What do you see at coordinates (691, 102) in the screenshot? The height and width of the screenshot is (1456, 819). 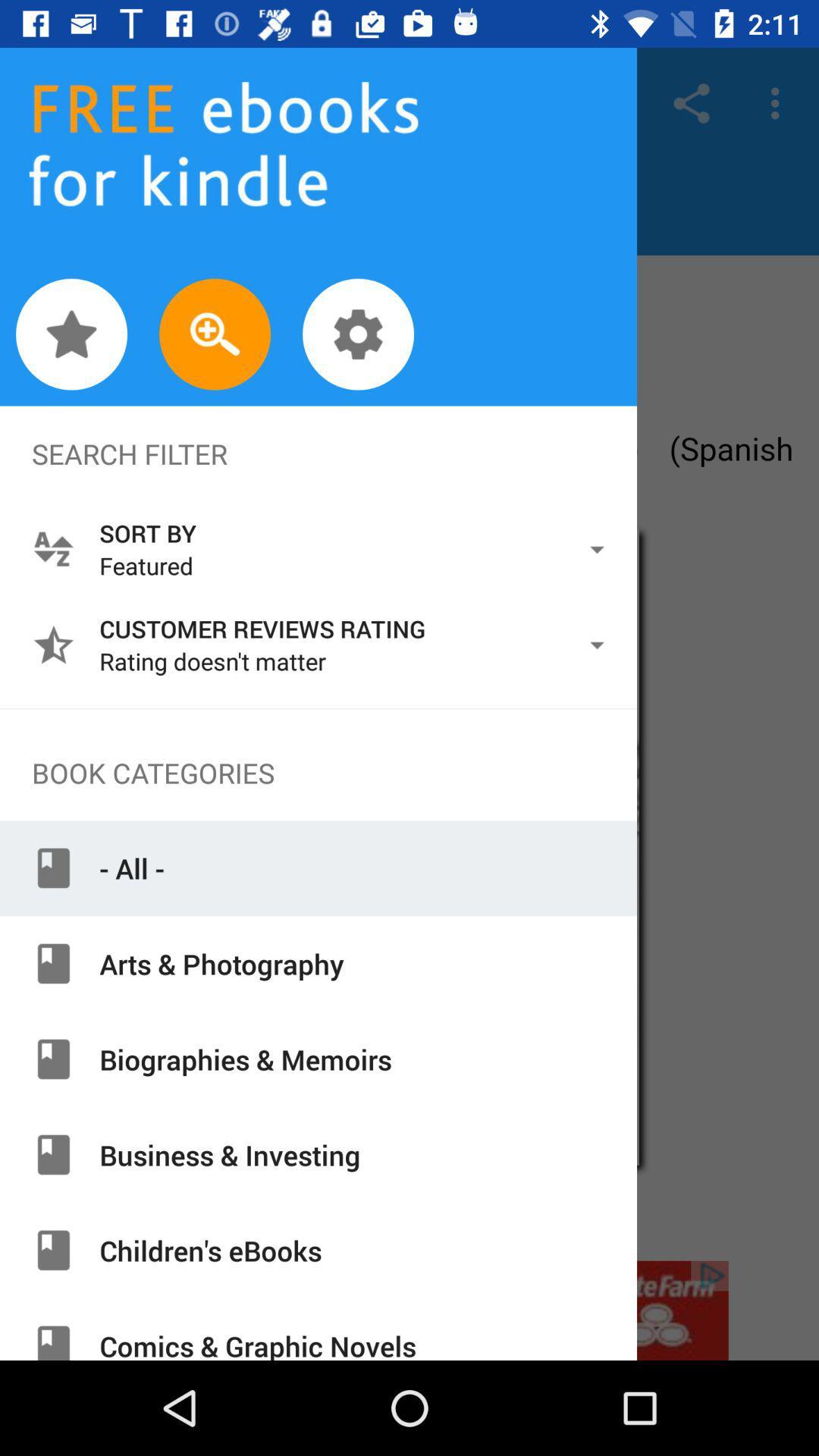 I see `the share icon` at bounding box center [691, 102].